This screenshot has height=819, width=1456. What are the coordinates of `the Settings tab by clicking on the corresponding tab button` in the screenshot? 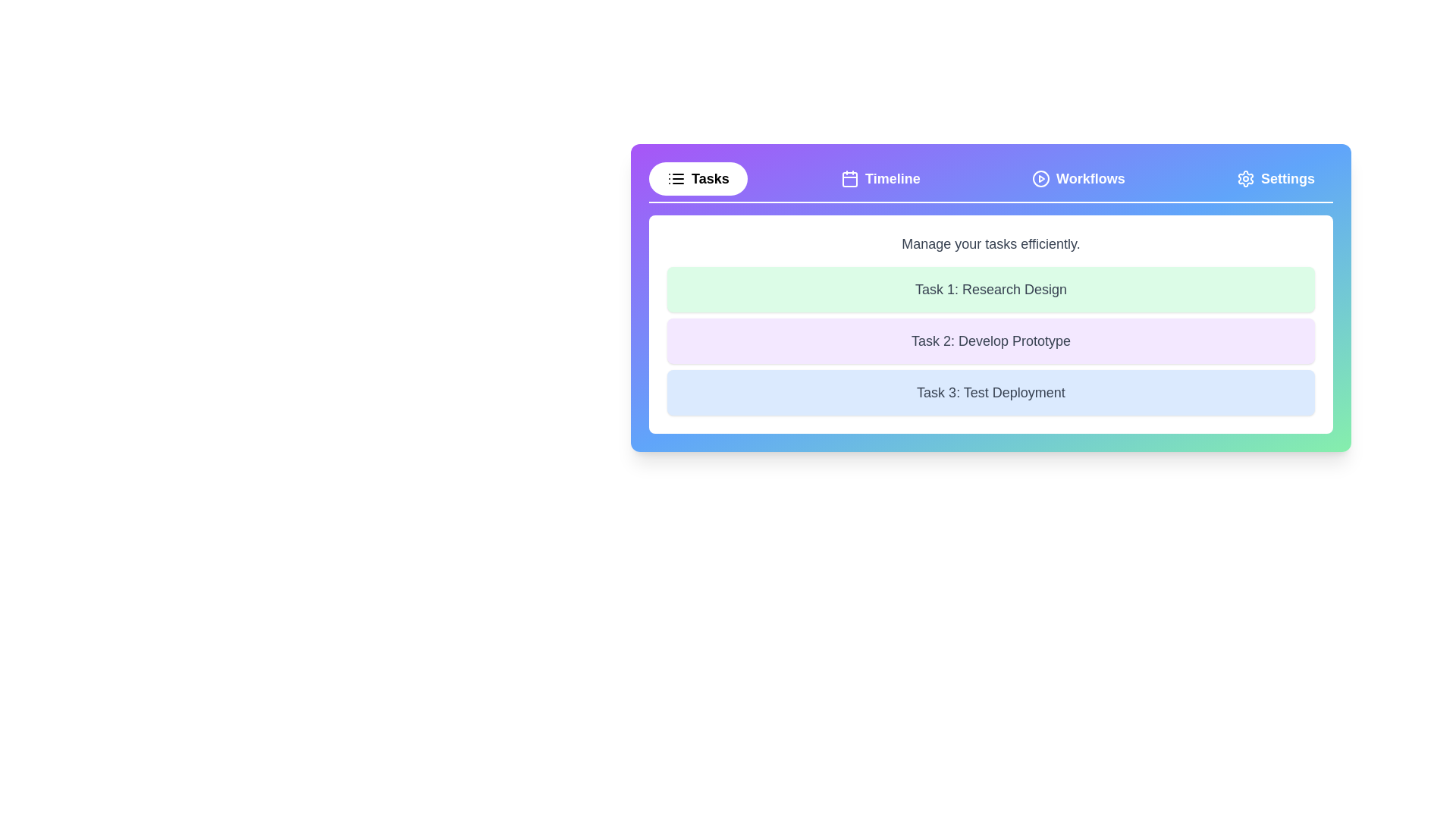 It's located at (1275, 177).